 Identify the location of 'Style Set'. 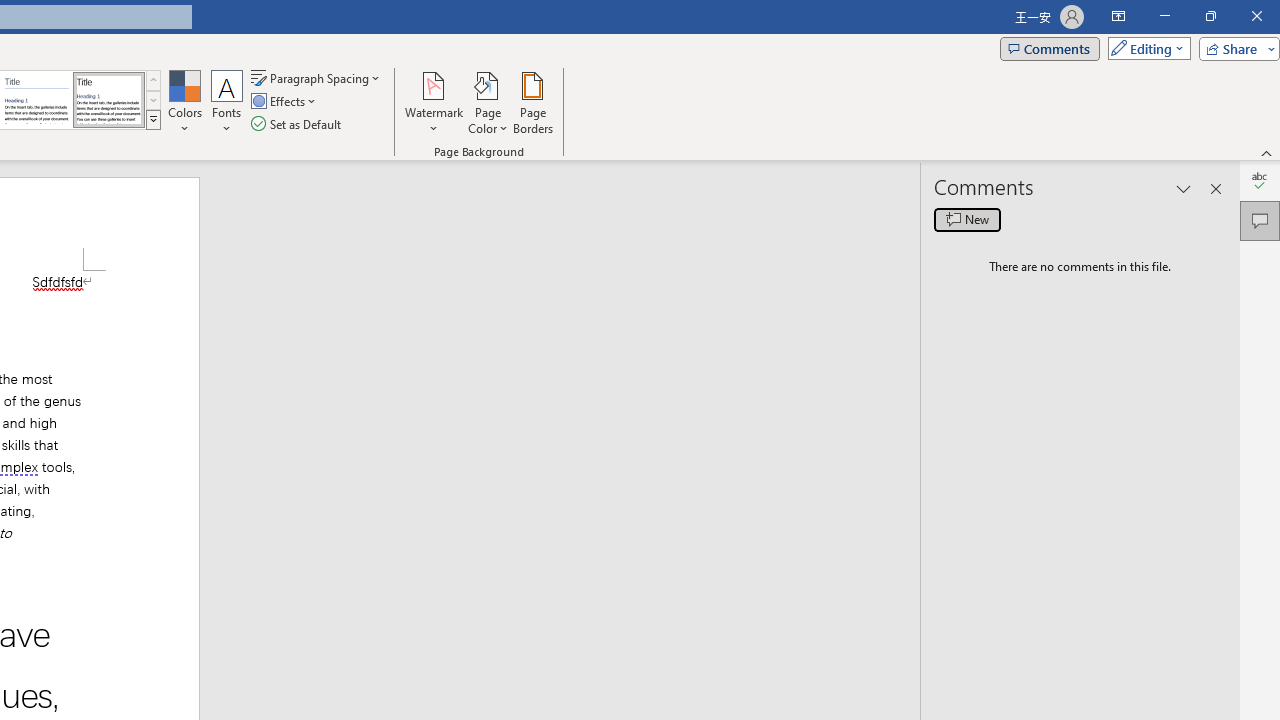
(152, 120).